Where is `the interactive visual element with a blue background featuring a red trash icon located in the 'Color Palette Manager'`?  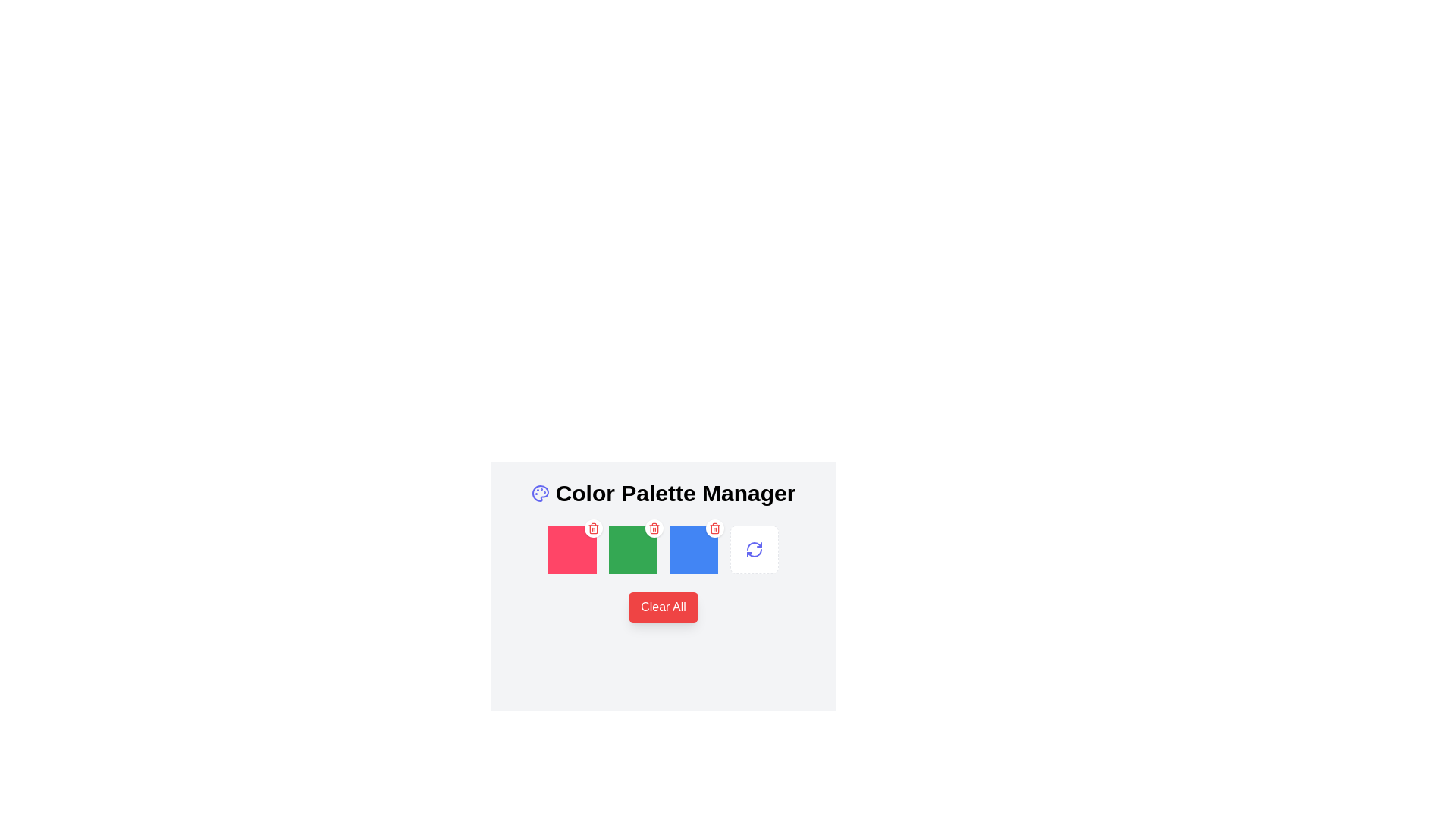
the interactive visual element with a blue background featuring a red trash icon located in the 'Color Palette Manager' is located at coordinates (693, 550).